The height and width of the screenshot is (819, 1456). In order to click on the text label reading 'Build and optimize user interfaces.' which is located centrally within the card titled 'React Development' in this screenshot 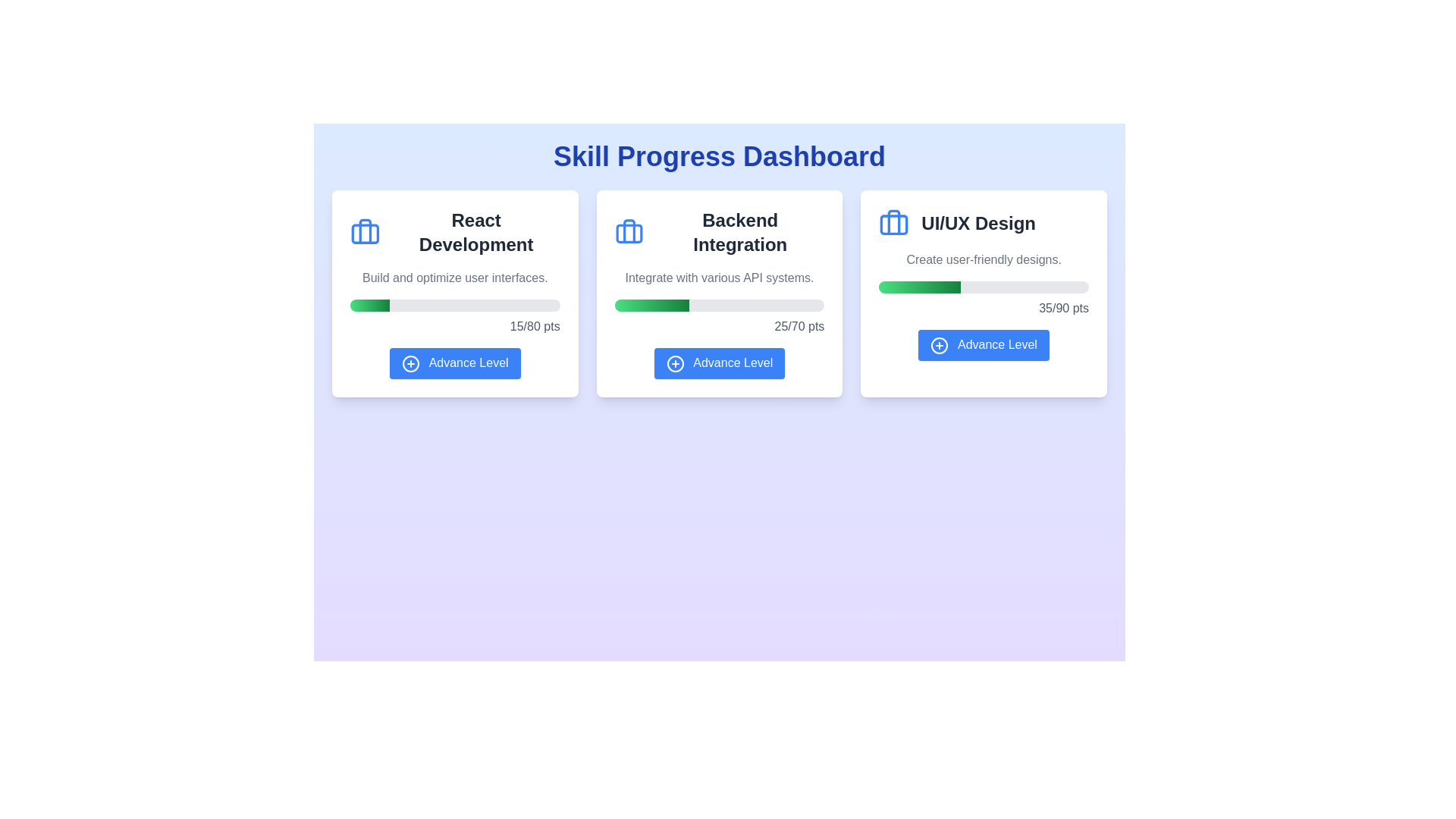, I will do `click(454, 278)`.